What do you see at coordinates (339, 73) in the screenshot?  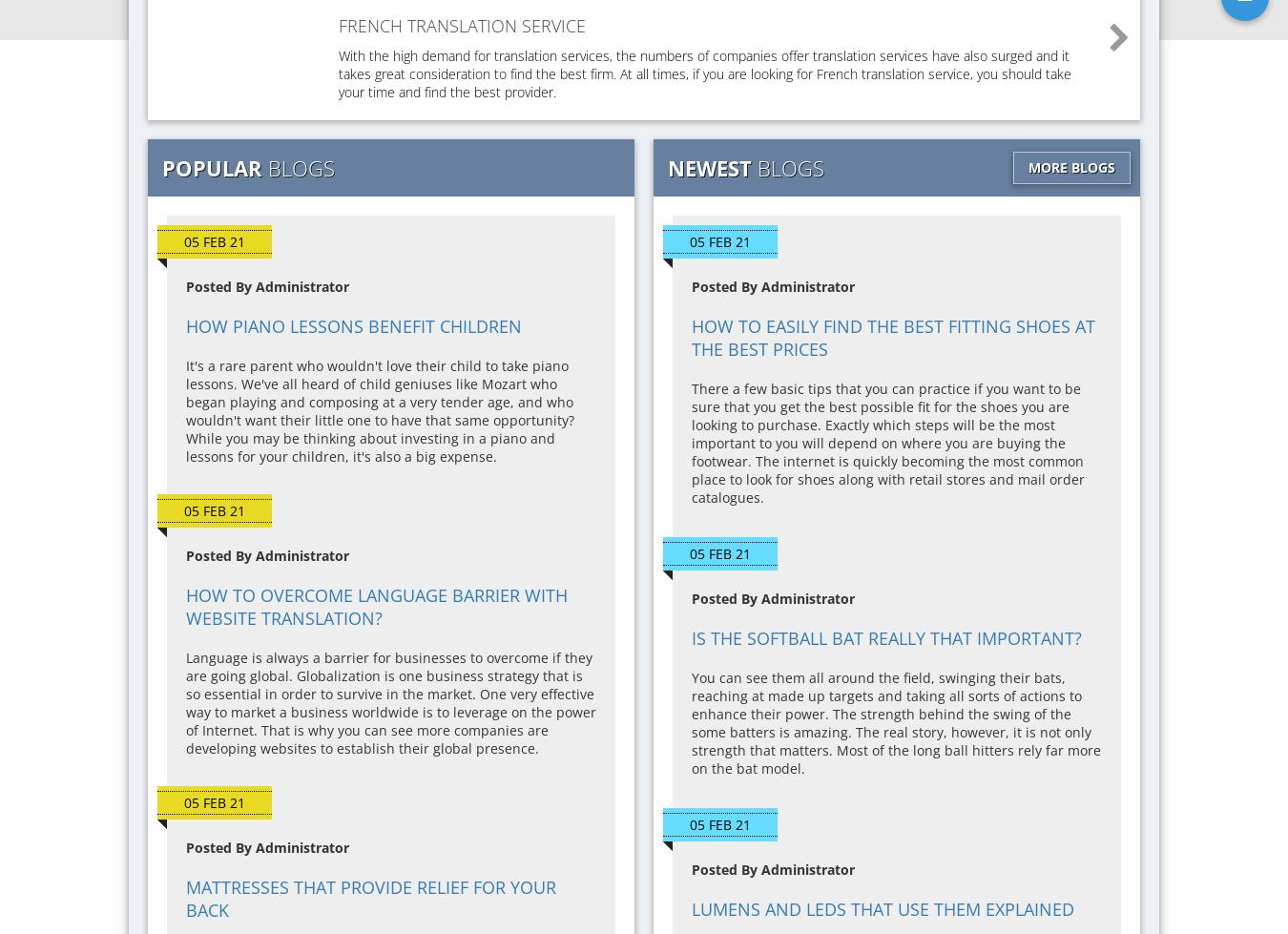 I see `'With the high demand for translation services, the numbers of companies offer translation services have also surged and it takes great consideration to find the best firm. At all times, if you are looking for French translation service, you should take your time and find the best provider.'` at bounding box center [339, 73].